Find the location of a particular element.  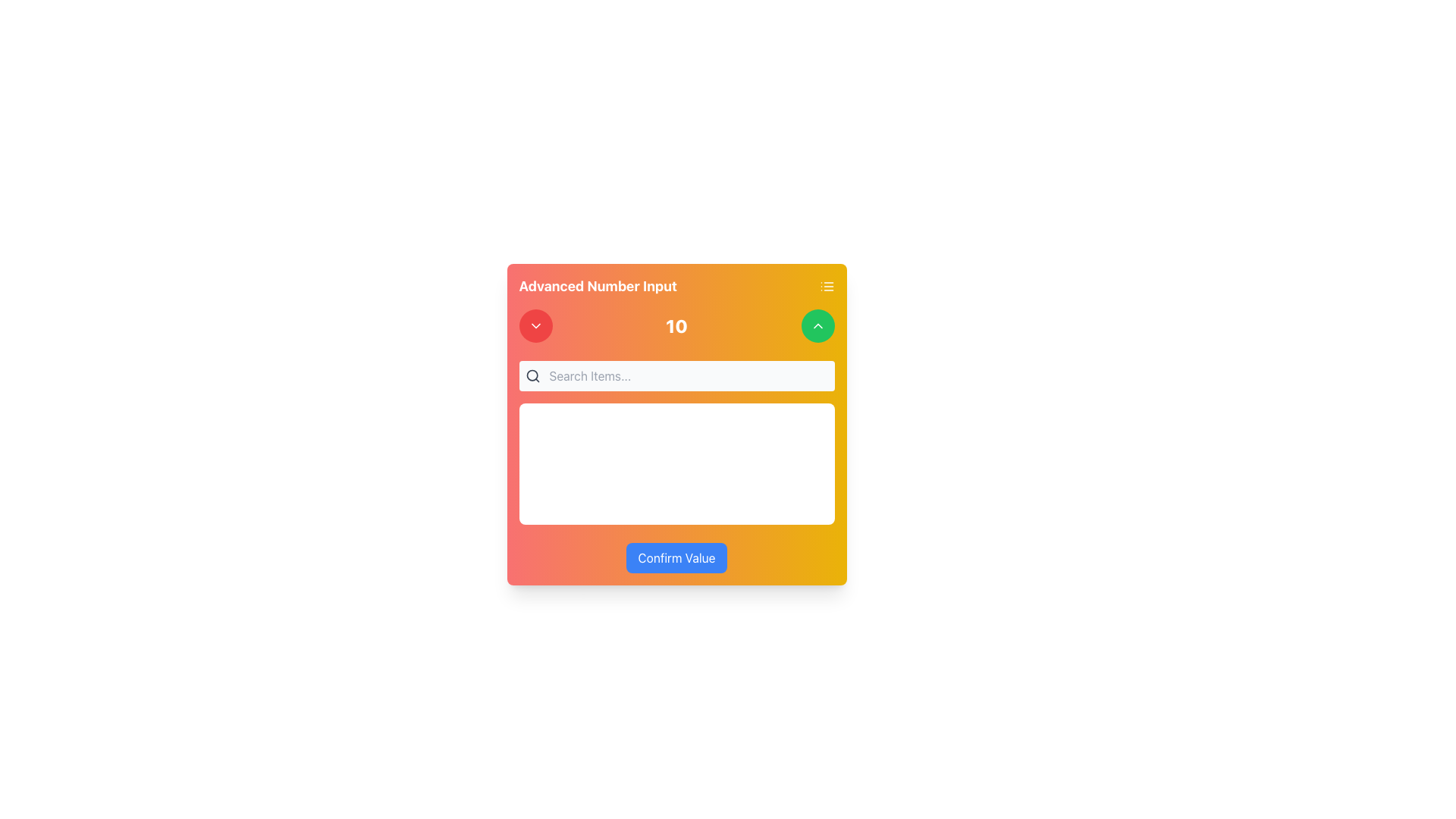

the submit button located at the bottom center of a colorful panel with a gradient background, which is directly below a large white text input field is located at coordinates (676, 558).